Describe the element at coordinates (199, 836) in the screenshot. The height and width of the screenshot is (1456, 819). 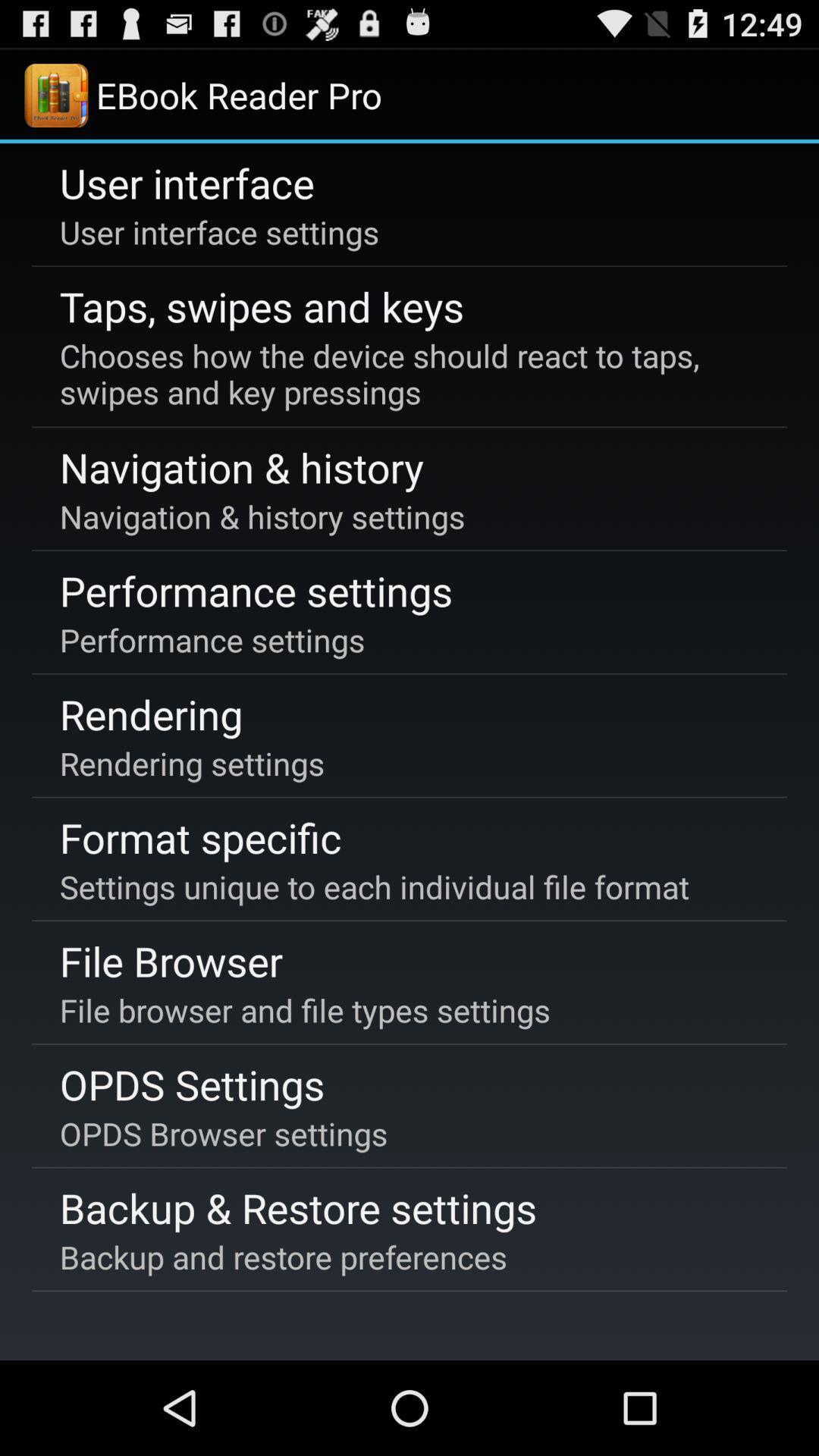
I see `item below rendering settings` at that location.